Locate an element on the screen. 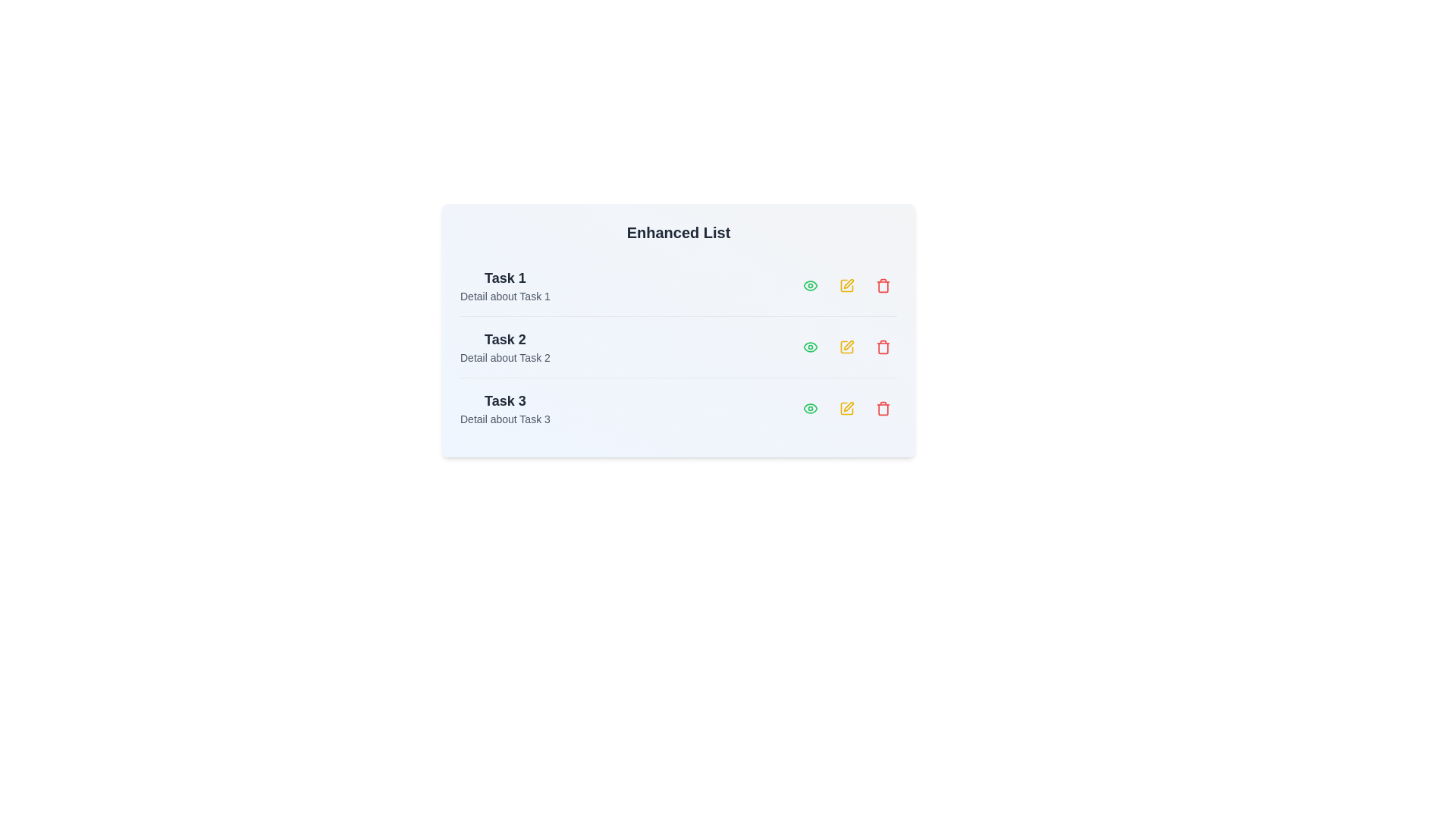 This screenshot has width=1456, height=819. the 'Eye' icon for task 2 to view its details is located at coordinates (810, 347).